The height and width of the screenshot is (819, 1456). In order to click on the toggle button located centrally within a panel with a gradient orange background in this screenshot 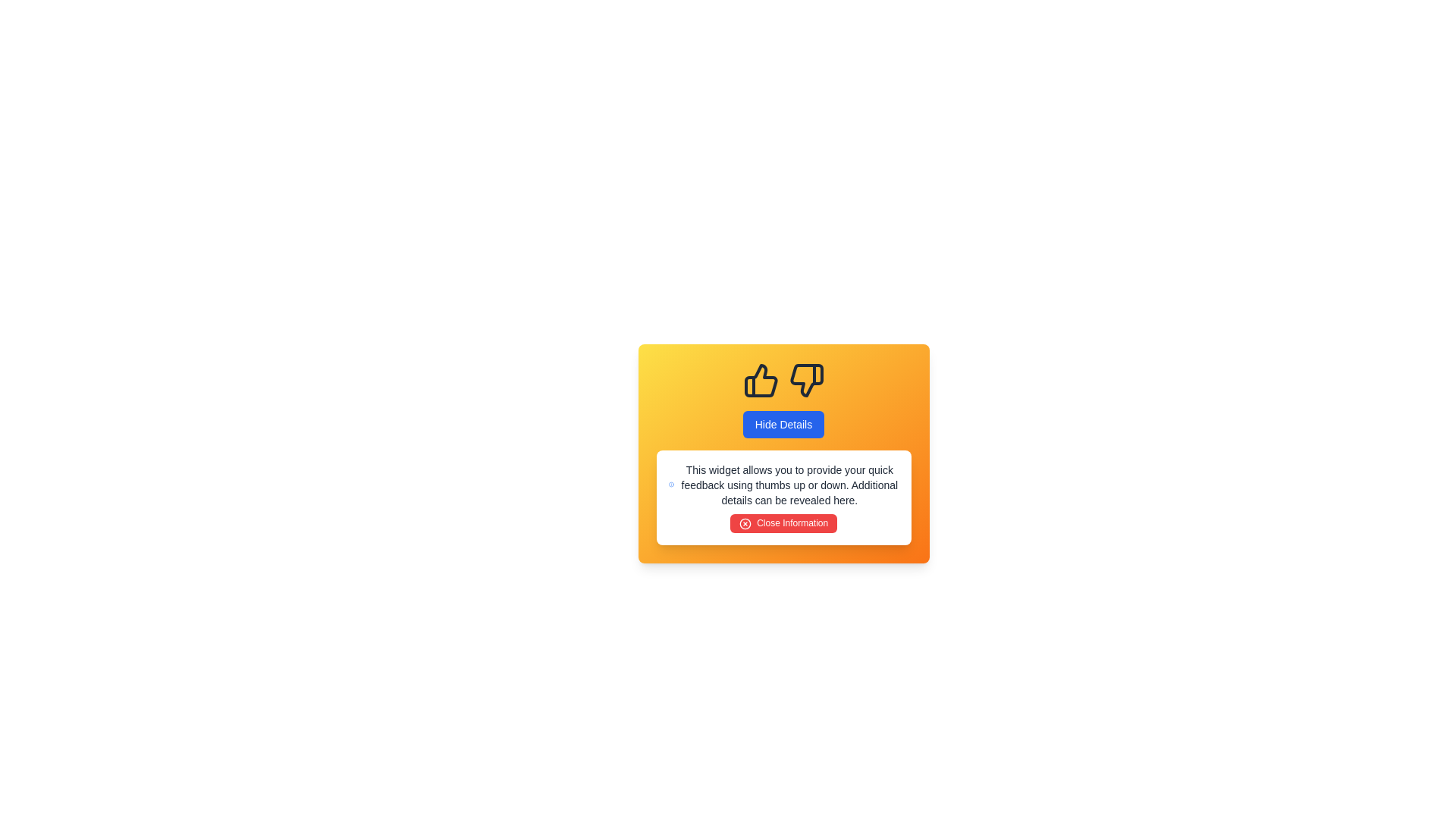, I will do `click(783, 424)`.